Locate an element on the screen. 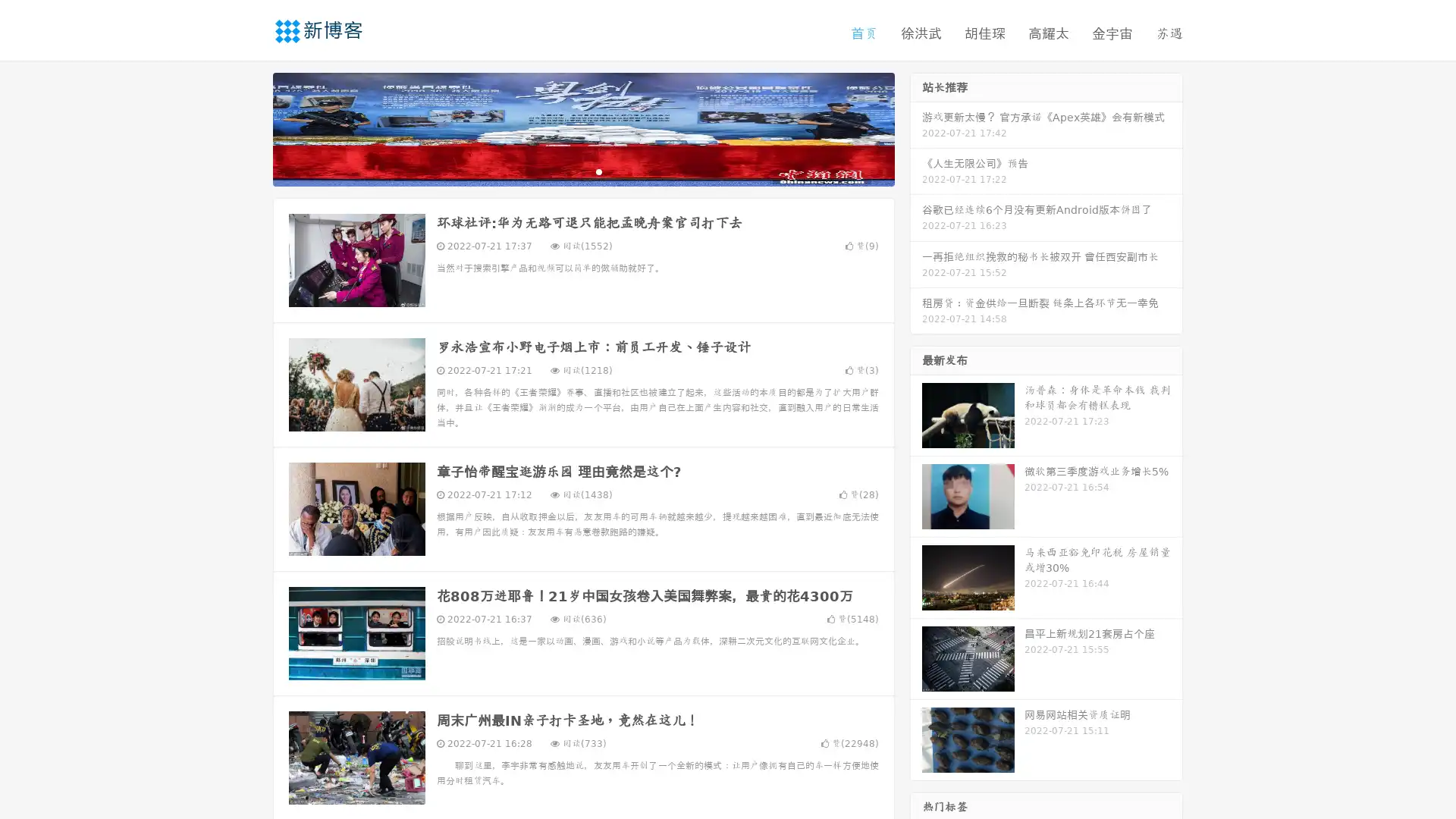  Go to slide 3 is located at coordinates (598, 171).